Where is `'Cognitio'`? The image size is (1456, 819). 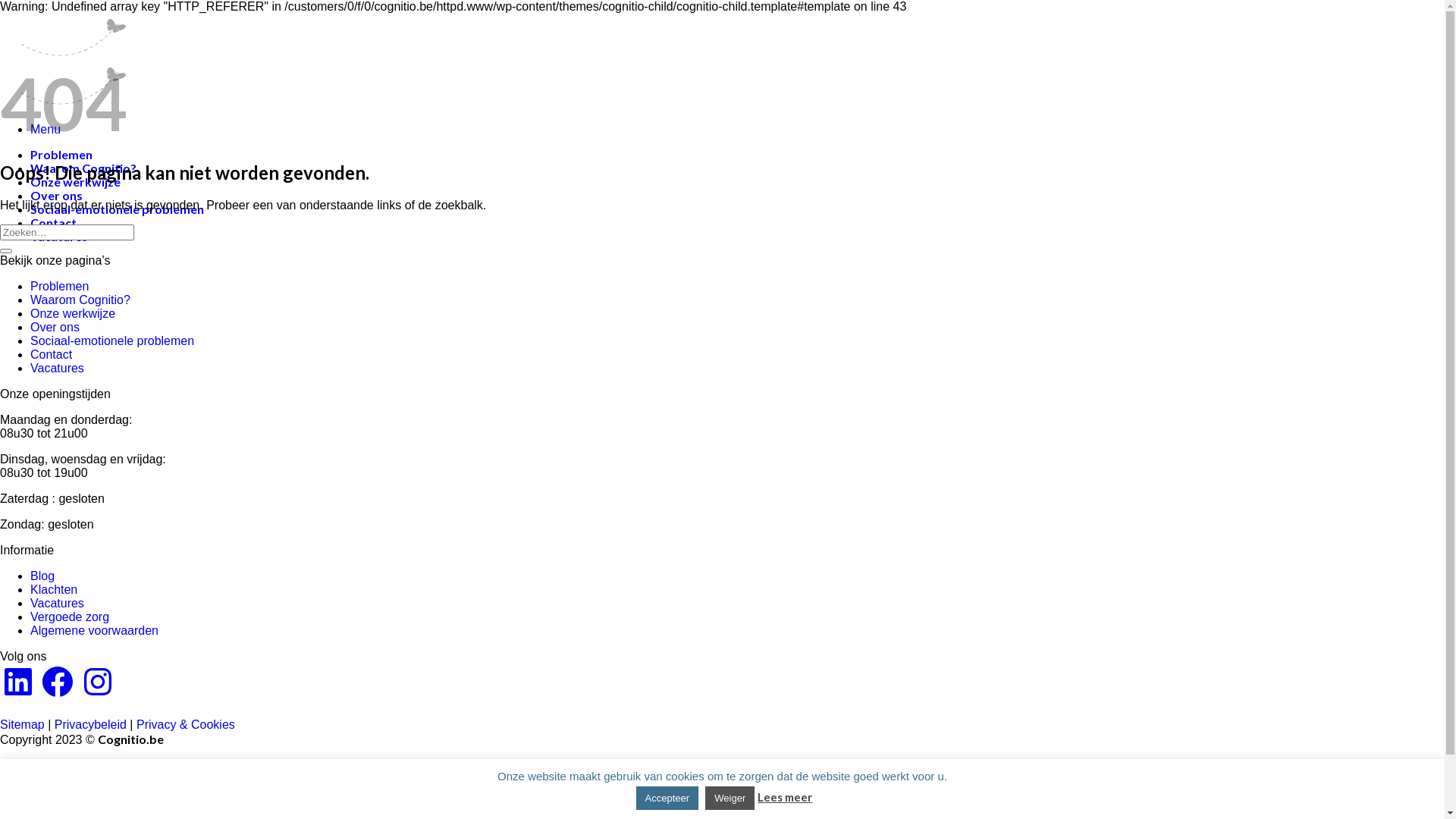 'Cognitio' is located at coordinates (63, 79).